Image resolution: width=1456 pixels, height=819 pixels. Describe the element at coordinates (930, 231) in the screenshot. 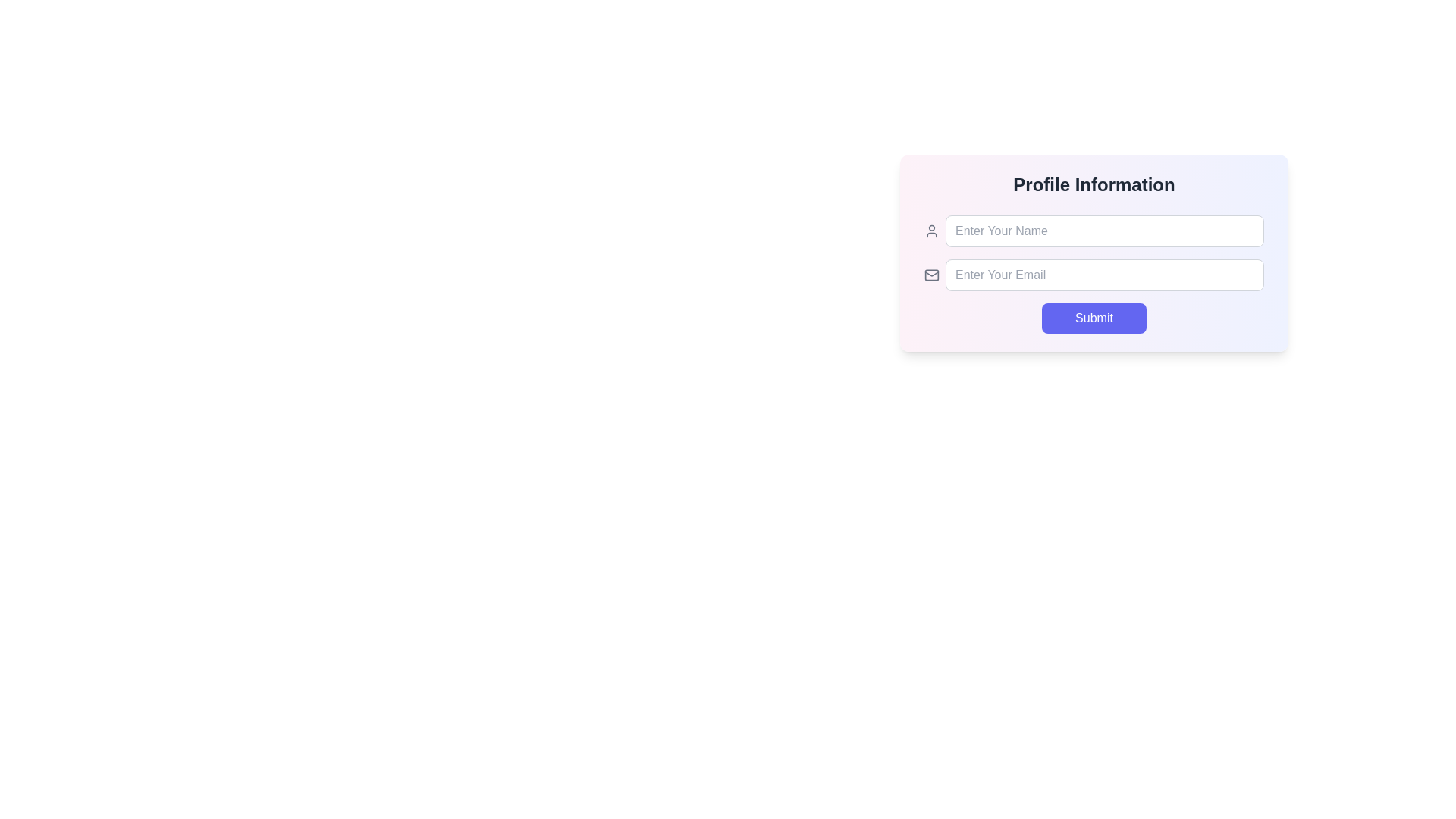

I see `the user profile icon, which is a small gray circular icon resembling a person, located to the left of the 'Enter Your Name' text input box` at that location.